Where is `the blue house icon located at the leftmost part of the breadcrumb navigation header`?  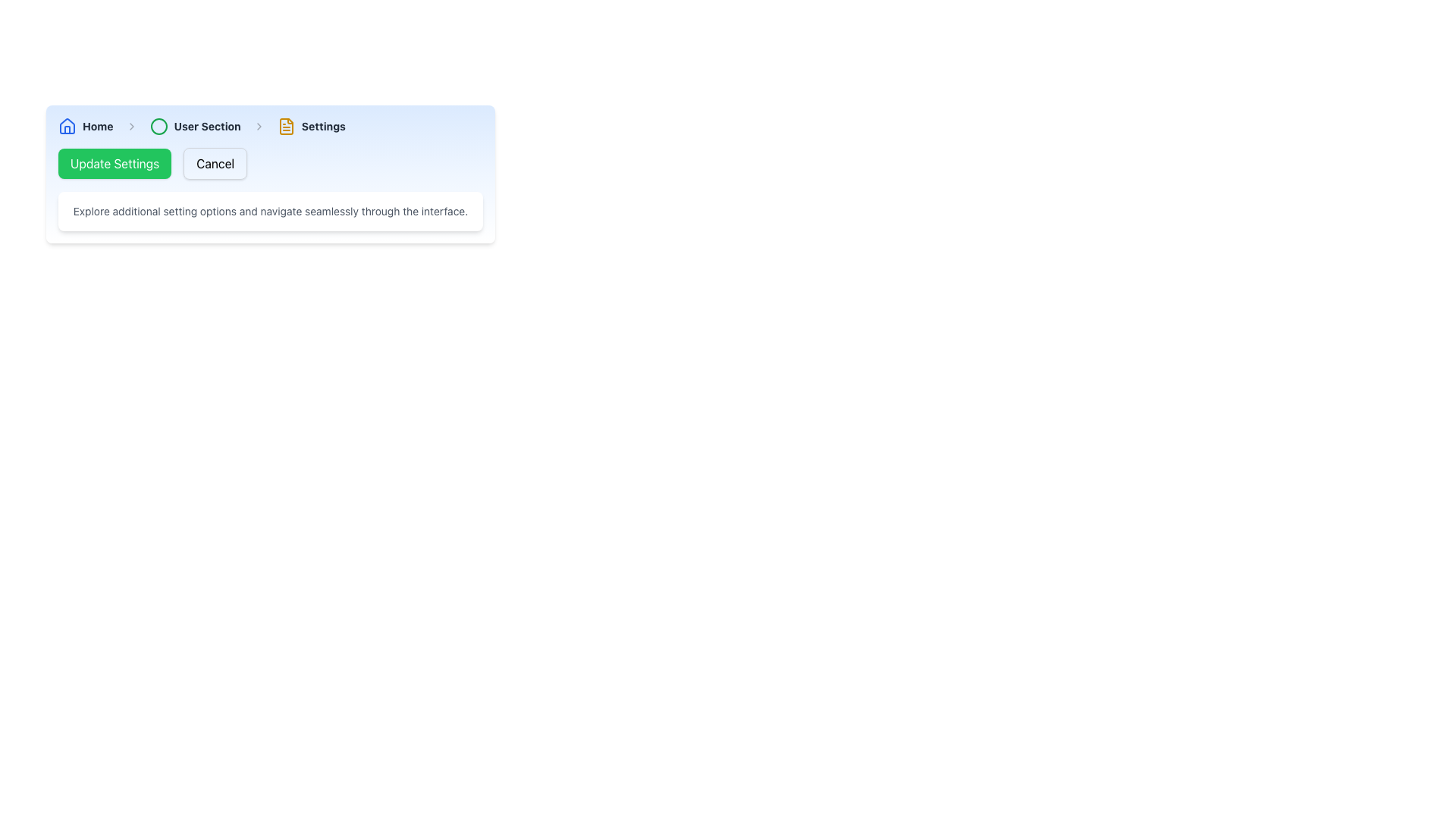 the blue house icon located at the leftmost part of the breadcrumb navigation header is located at coordinates (67, 124).